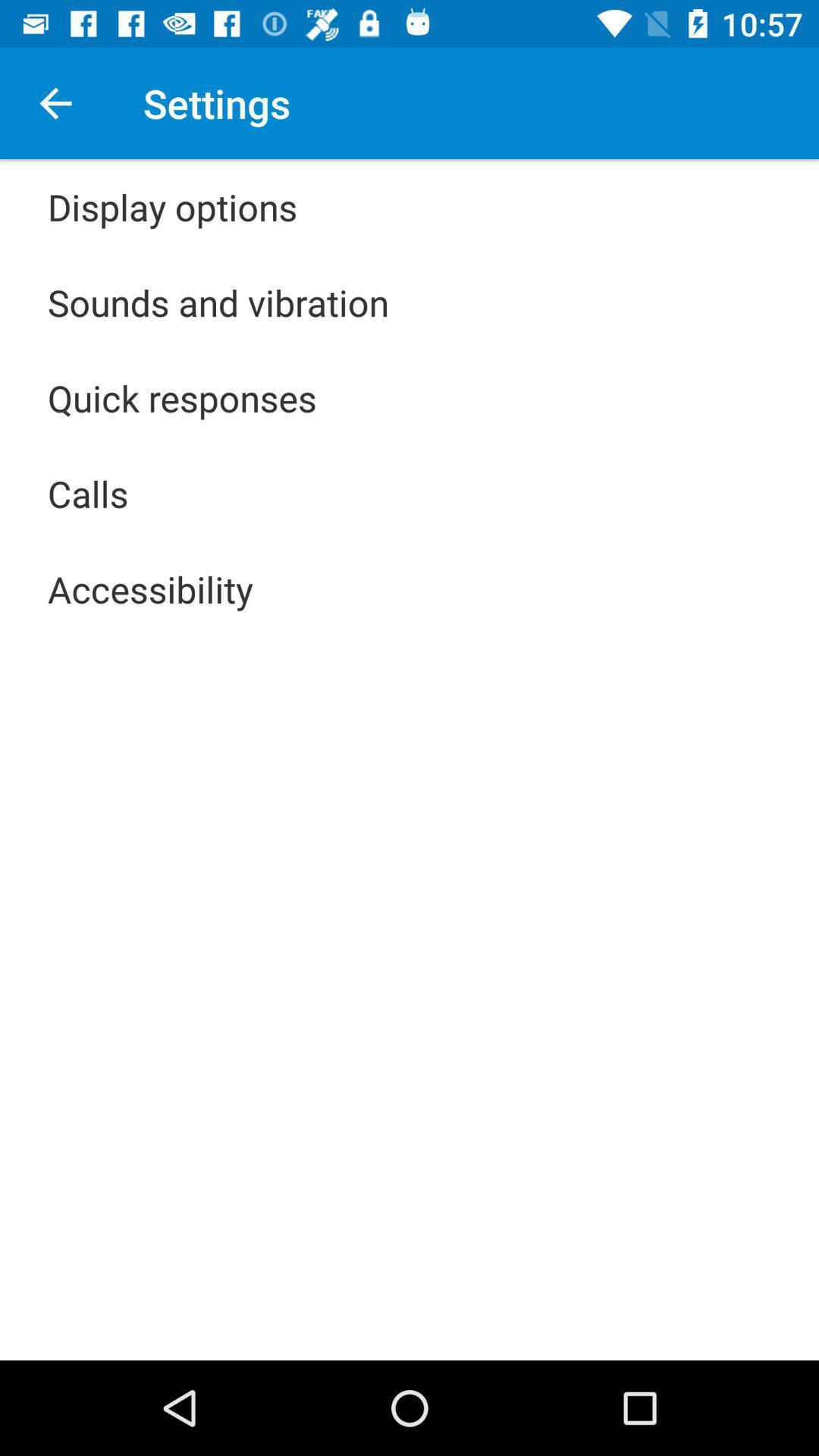 The width and height of the screenshot is (819, 1456). What do you see at coordinates (181, 397) in the screenshot?
I see `the icon below sounds and vibration` at bounding box center [181, 397].